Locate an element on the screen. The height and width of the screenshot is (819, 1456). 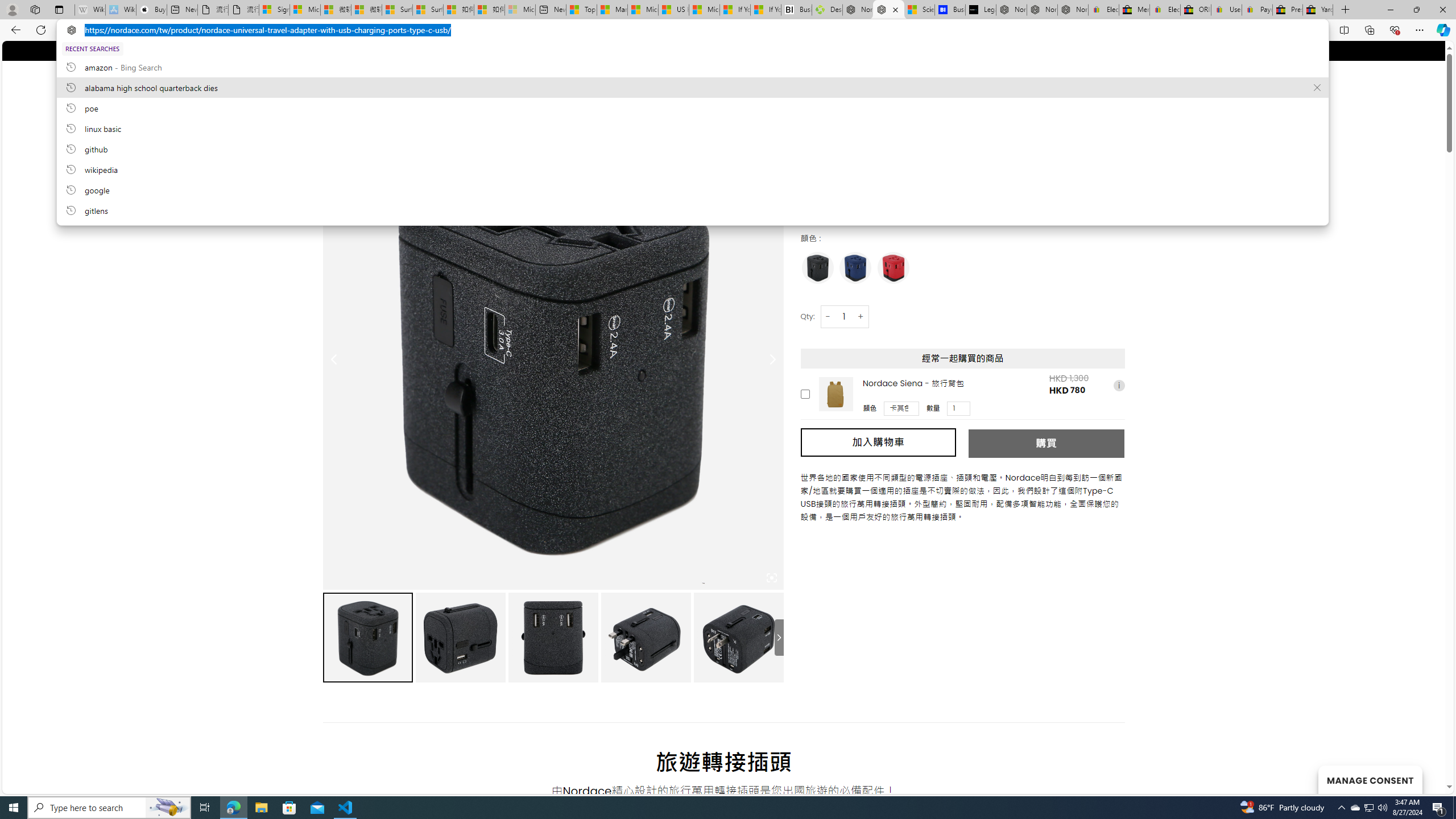
'+' is located at coordinates (861, 316).